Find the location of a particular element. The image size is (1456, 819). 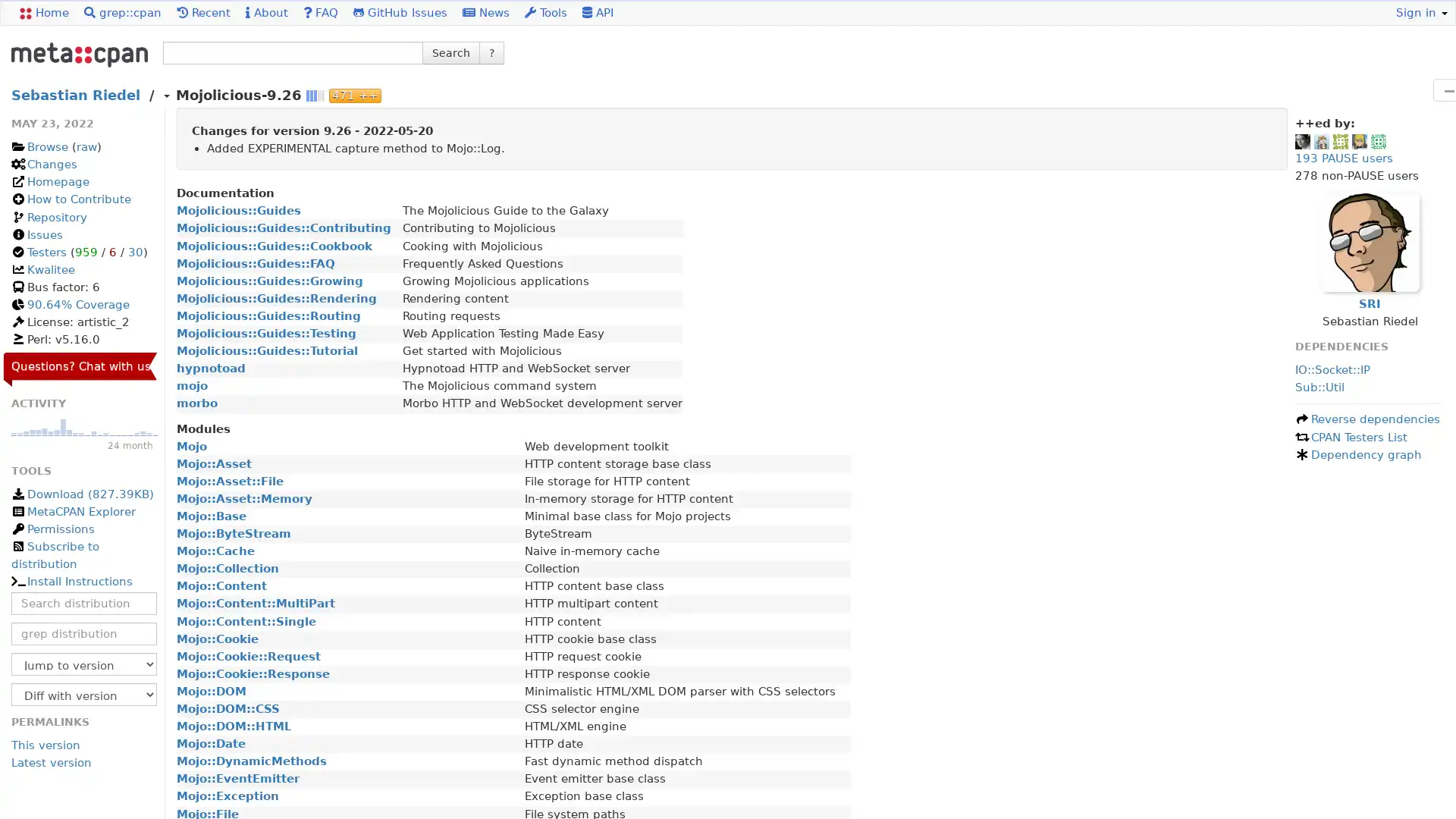

Install Instructions is located at coordinates (71, 581).